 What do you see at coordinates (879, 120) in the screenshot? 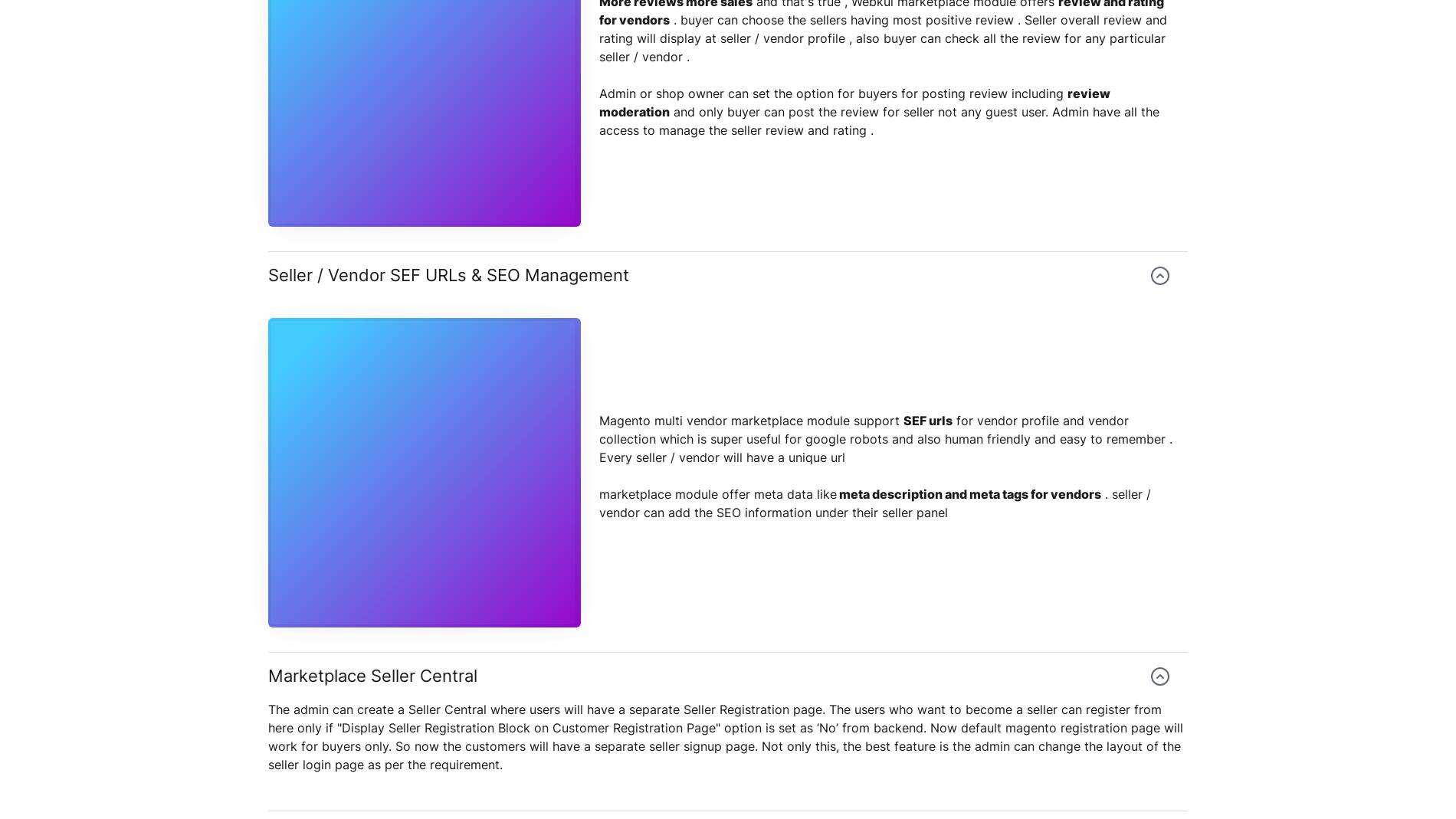
I see `'and only buyer can post the review for seller not any guest user. Admin have all the access to manage the seller review and rating .'` at bounding box center [879, 120].